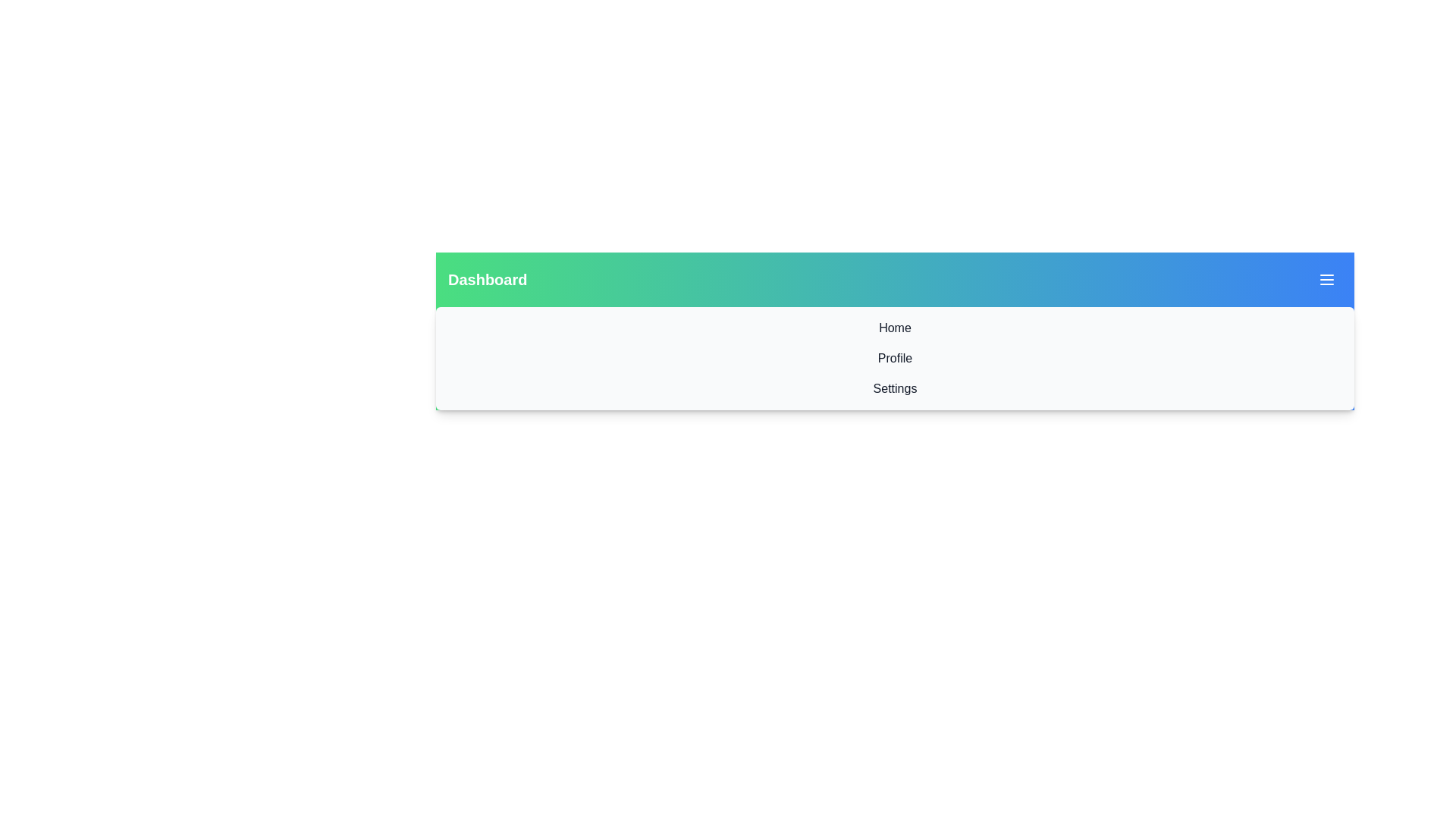 This screenshot has height=819, width=1456. I want to click on the 'Settings' text link in the vertical menu to change its text color, so click(895, 388).